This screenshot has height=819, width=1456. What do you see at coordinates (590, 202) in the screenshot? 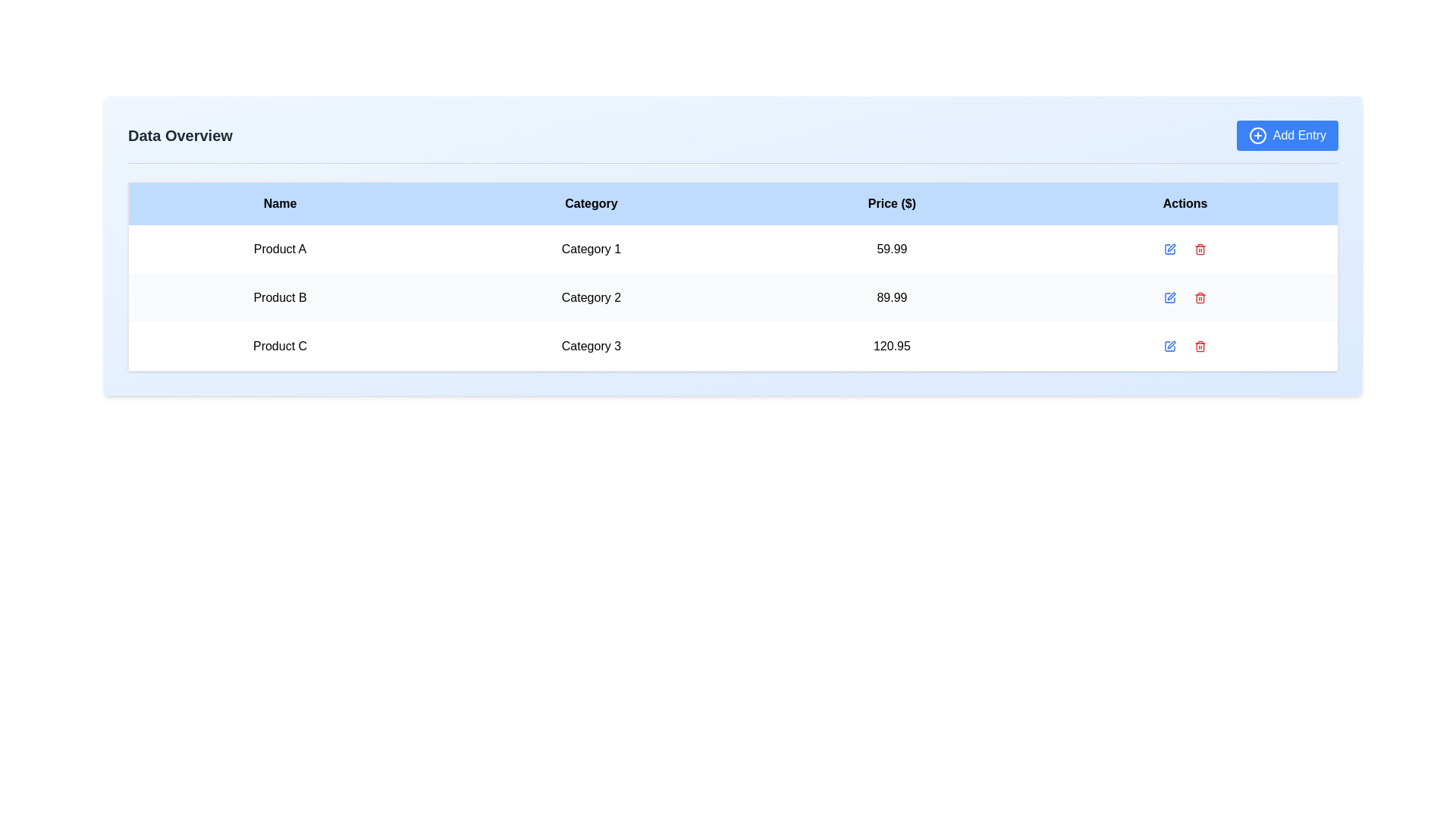
I see `the header label for the 'Category' column, which is the second column title in the table header, positioned between 'Name' and 'Price ($)'` at bounding box center [590, 202].